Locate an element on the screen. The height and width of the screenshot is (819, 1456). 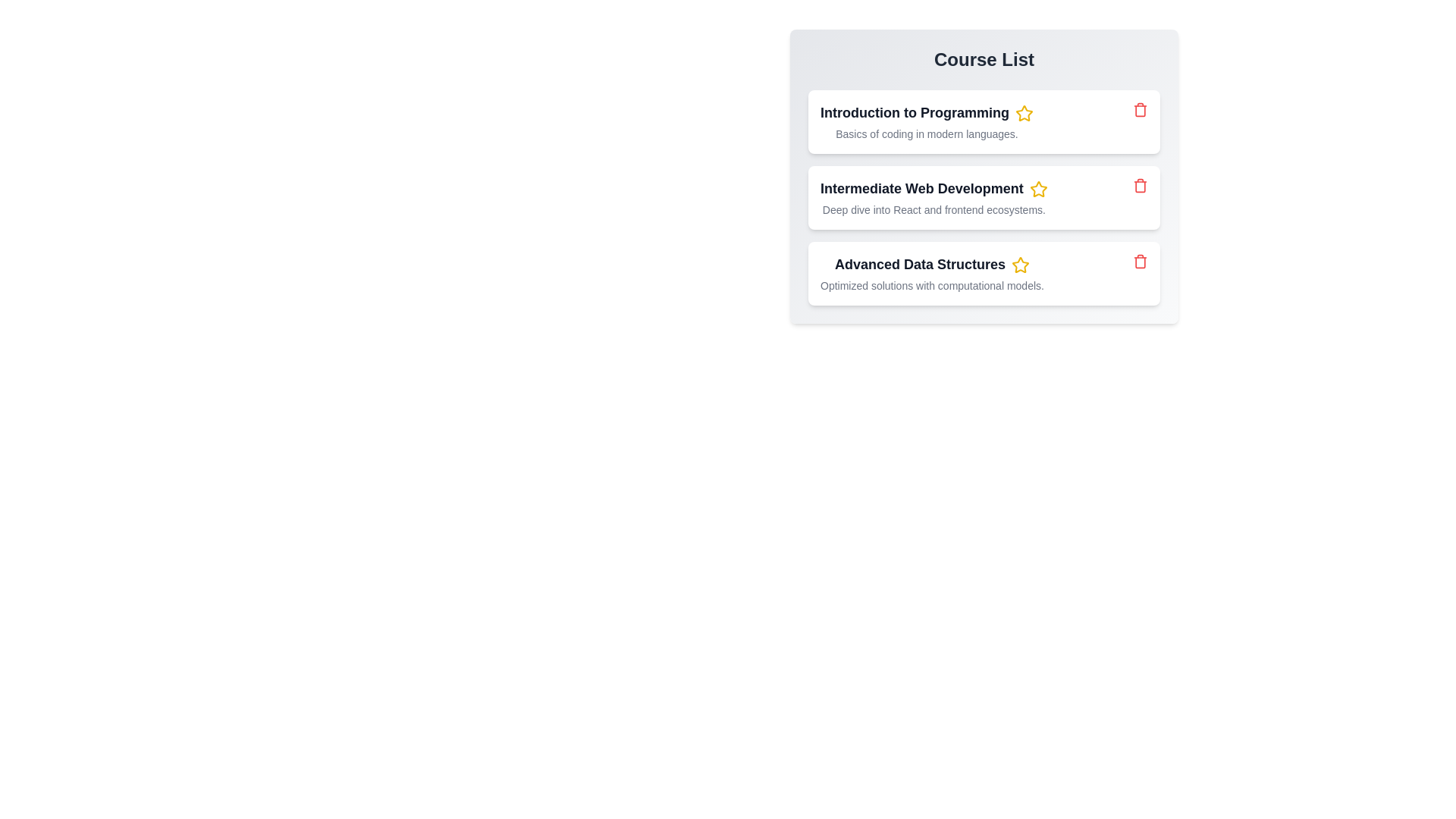
the star icon for the course Intermediate Web Development is located at coordinates (1037, 189).